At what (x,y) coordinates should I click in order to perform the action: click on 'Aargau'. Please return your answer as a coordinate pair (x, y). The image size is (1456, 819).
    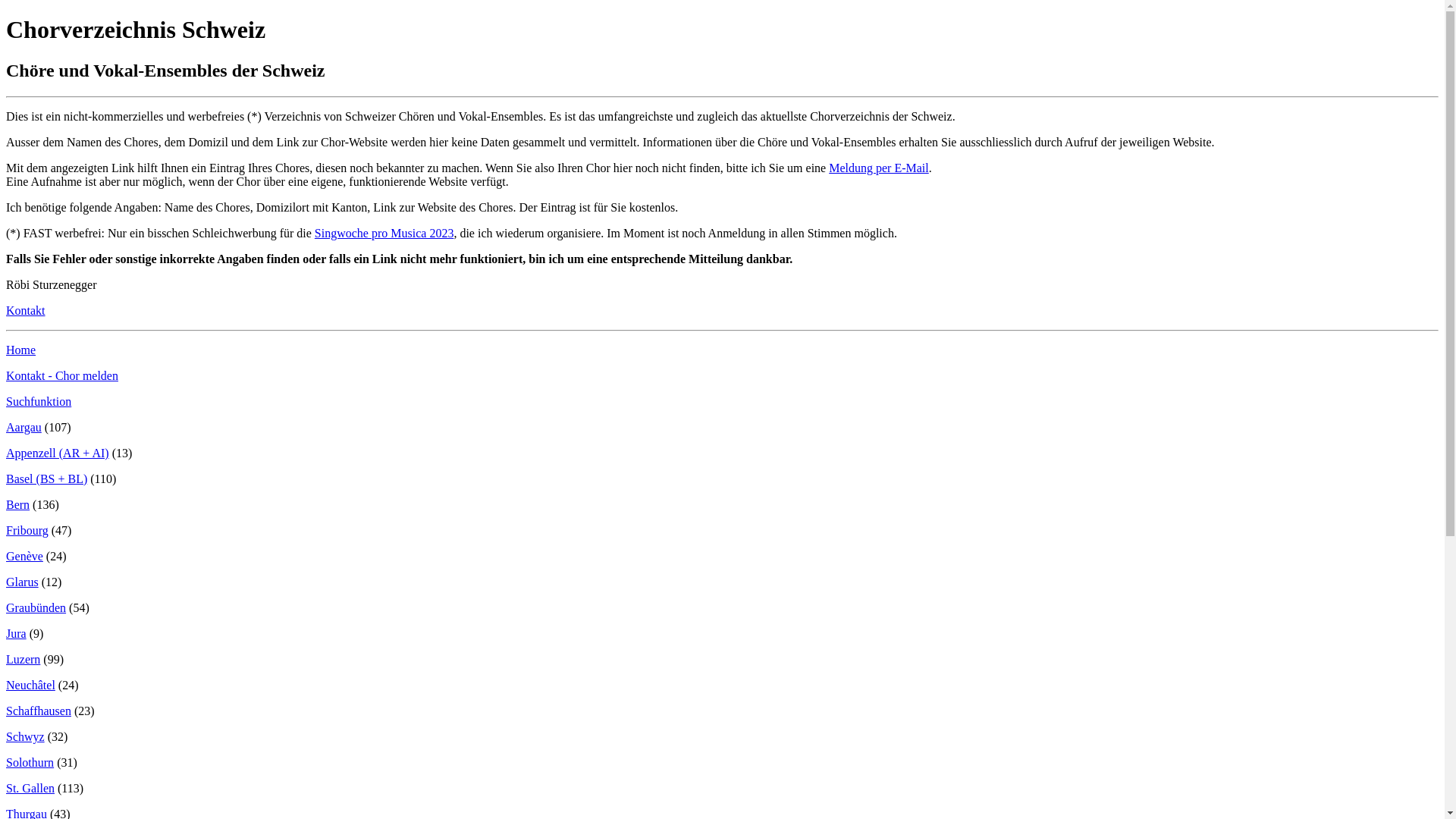
    Looking at the image, I should click on (24, 427).